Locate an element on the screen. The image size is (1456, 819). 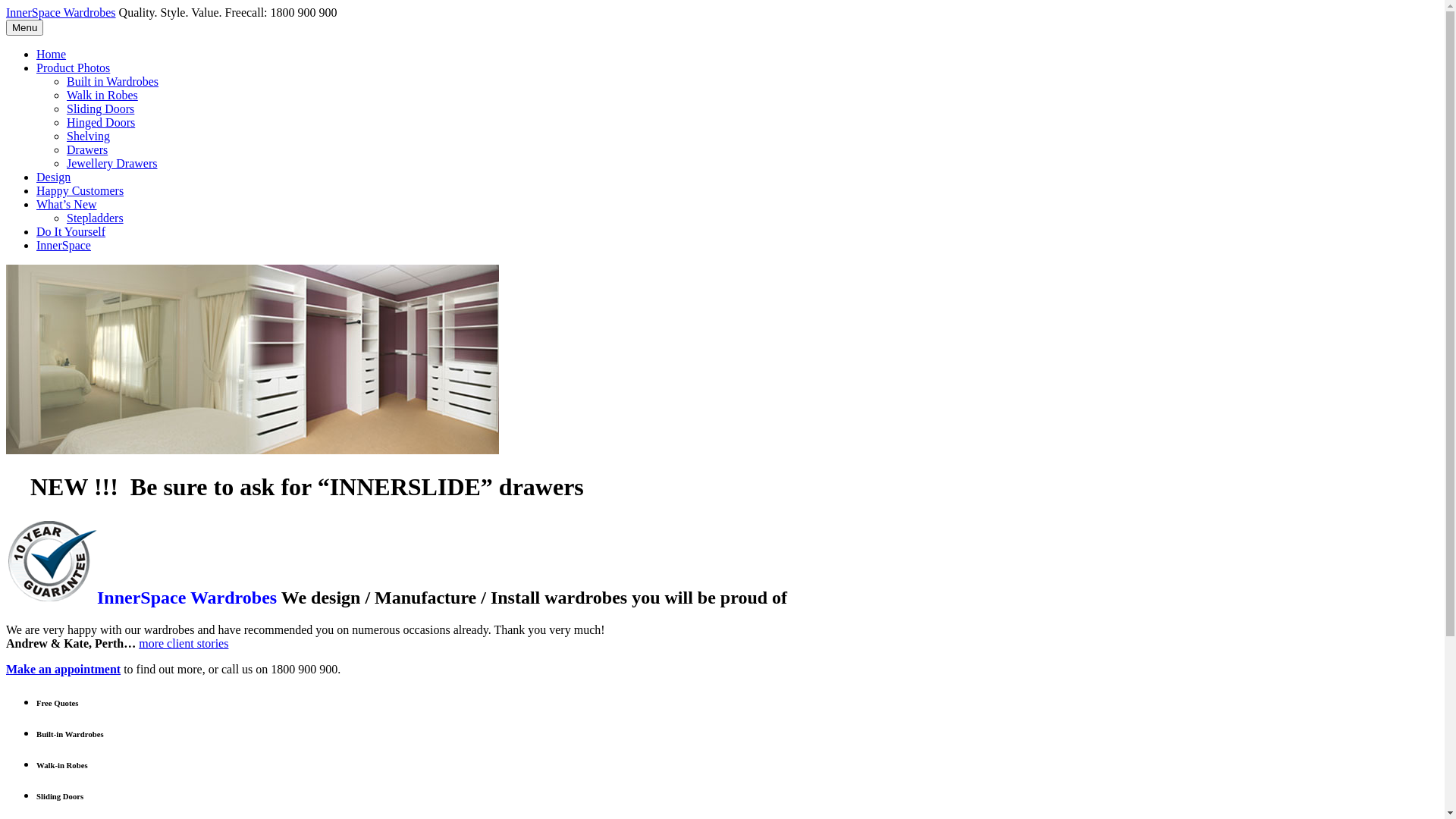
'Happy Customers' is located at coordinates (79, 190).